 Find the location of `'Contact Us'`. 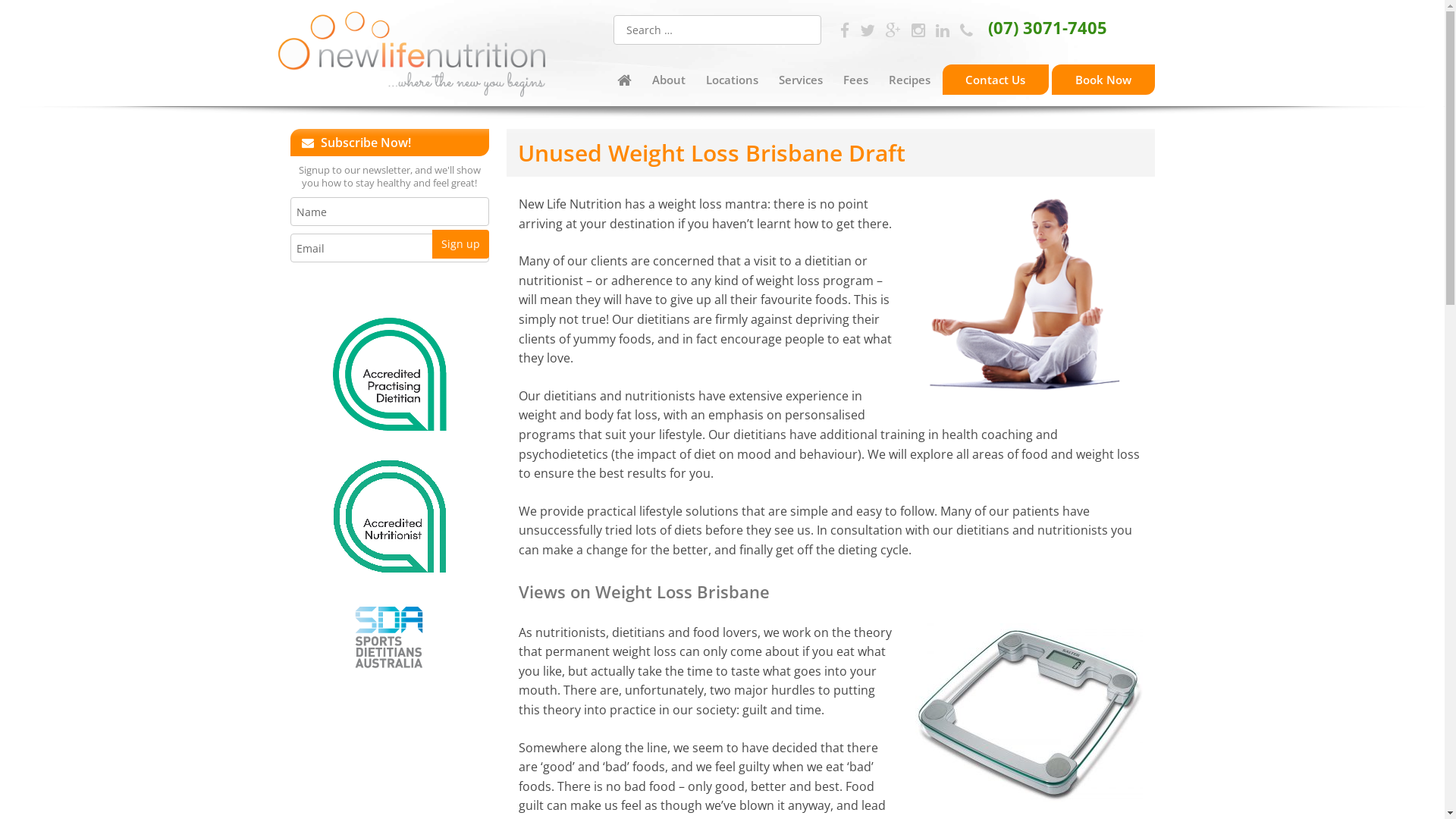

'Contact Us' is located at coordinates (996, 79).